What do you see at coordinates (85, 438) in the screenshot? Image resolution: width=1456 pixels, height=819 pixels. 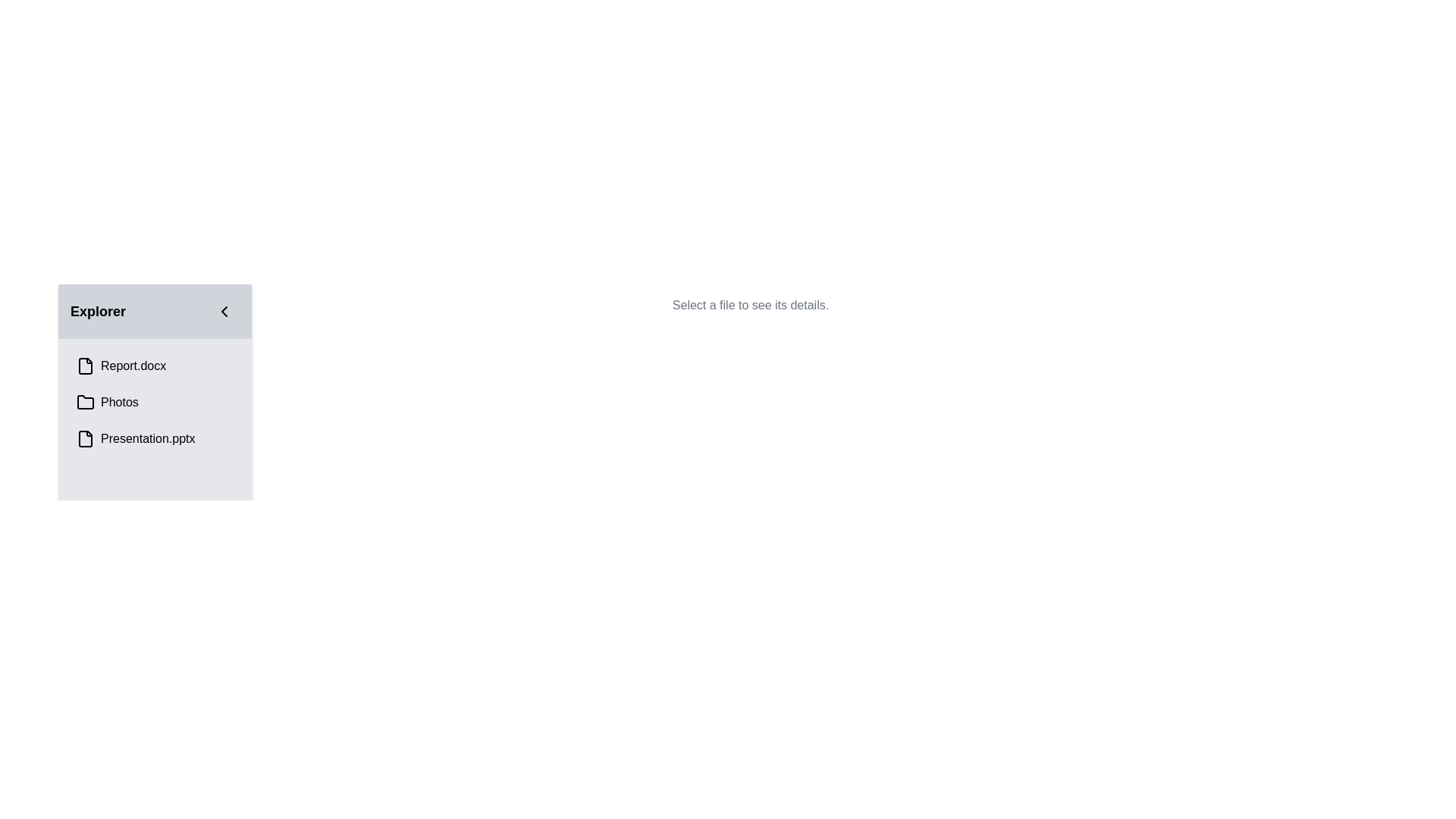 I see `the document icon located to the left of 'Presentation.pptx' in the Explorer section, which is the third item in the list` at bounding box center [85, 438].